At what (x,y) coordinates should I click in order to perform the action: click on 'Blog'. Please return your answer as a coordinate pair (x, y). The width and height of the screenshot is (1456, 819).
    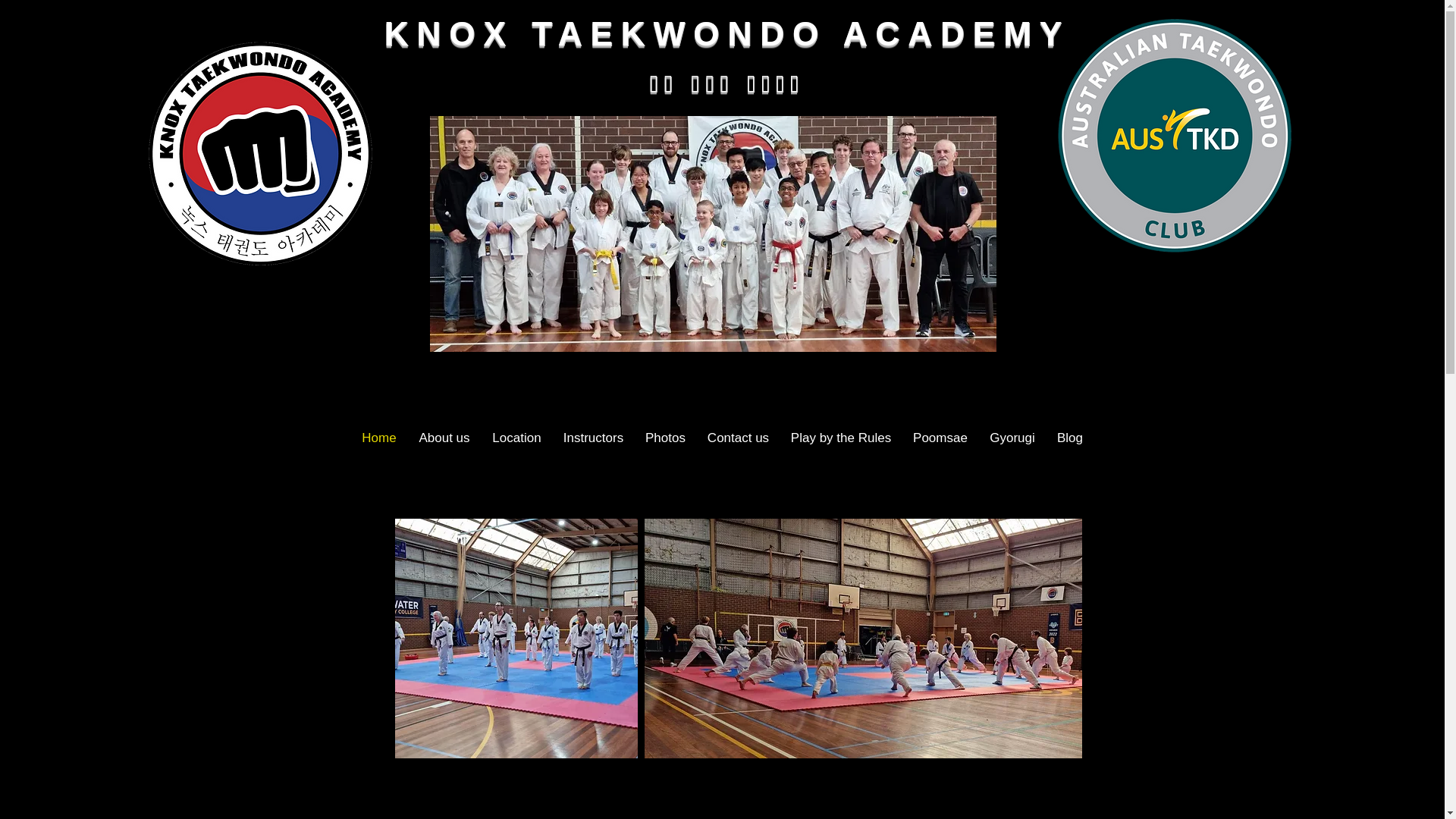
    Looking at the image, I should click on (1069, 438).